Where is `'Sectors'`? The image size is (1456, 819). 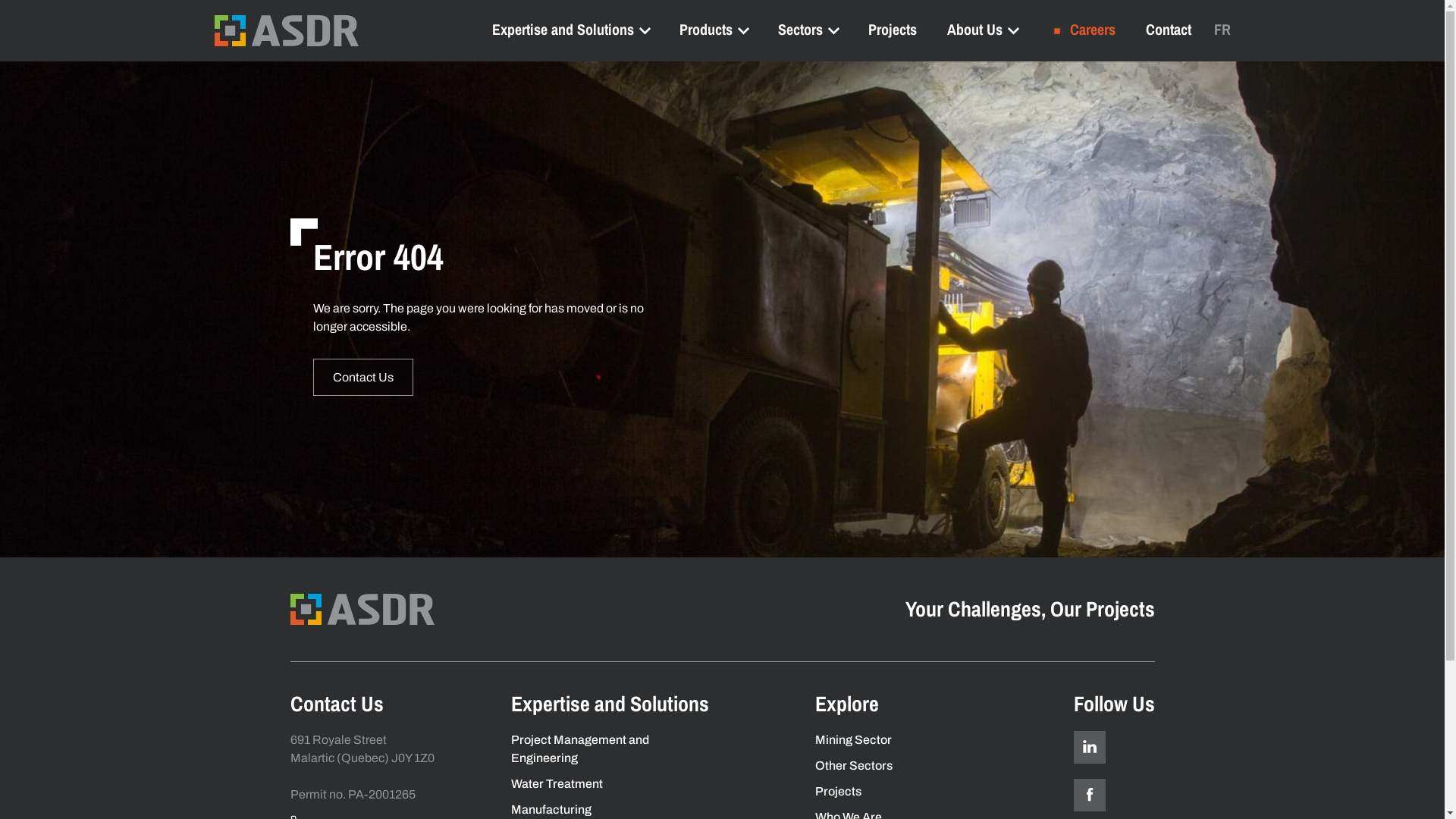 'Sectors' is located at coordinates (807, 29).